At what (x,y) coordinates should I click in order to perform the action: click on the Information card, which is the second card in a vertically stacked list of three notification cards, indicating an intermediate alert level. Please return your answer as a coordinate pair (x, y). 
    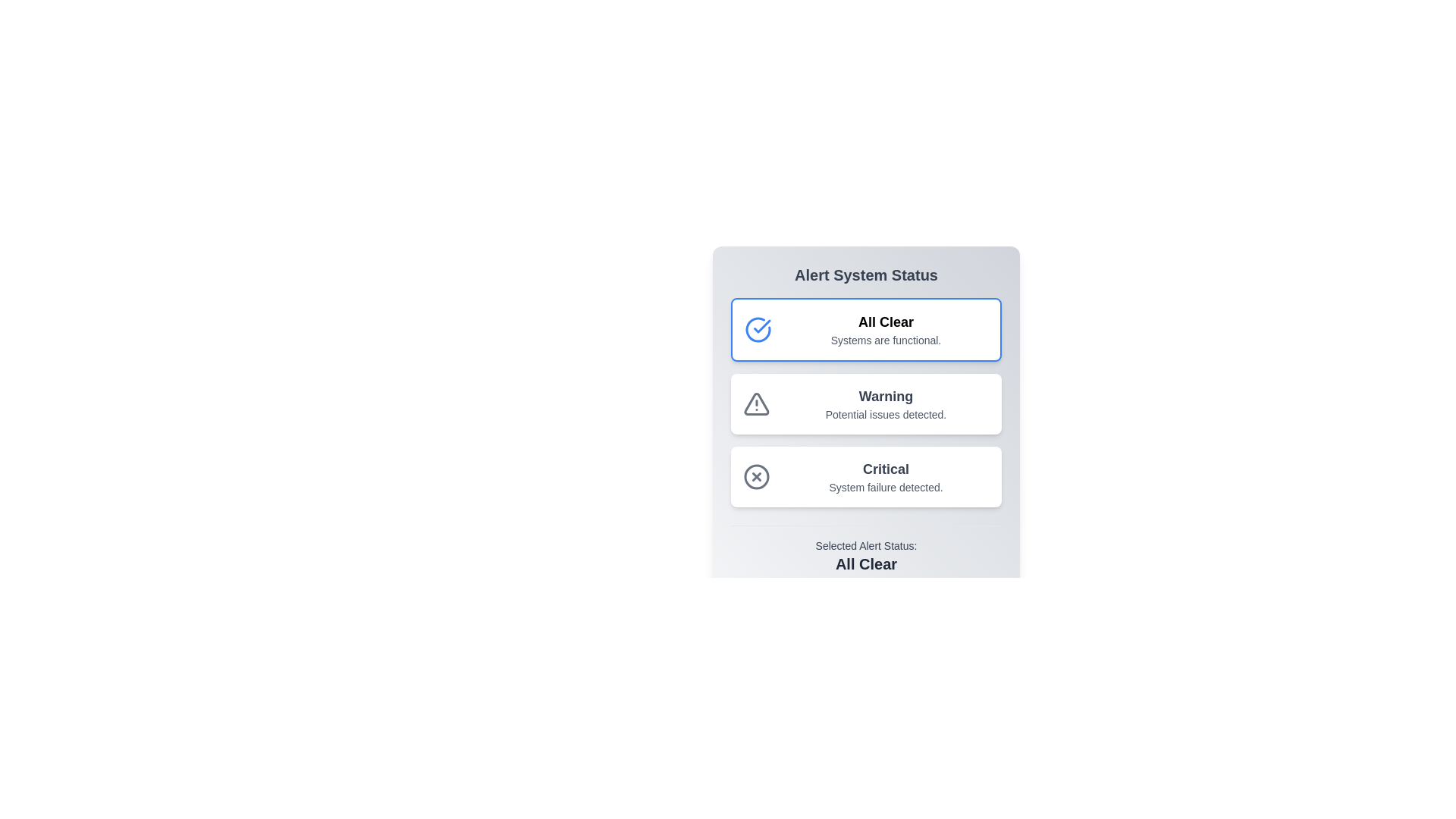
    Looking at the image, I should click on (866, 419).